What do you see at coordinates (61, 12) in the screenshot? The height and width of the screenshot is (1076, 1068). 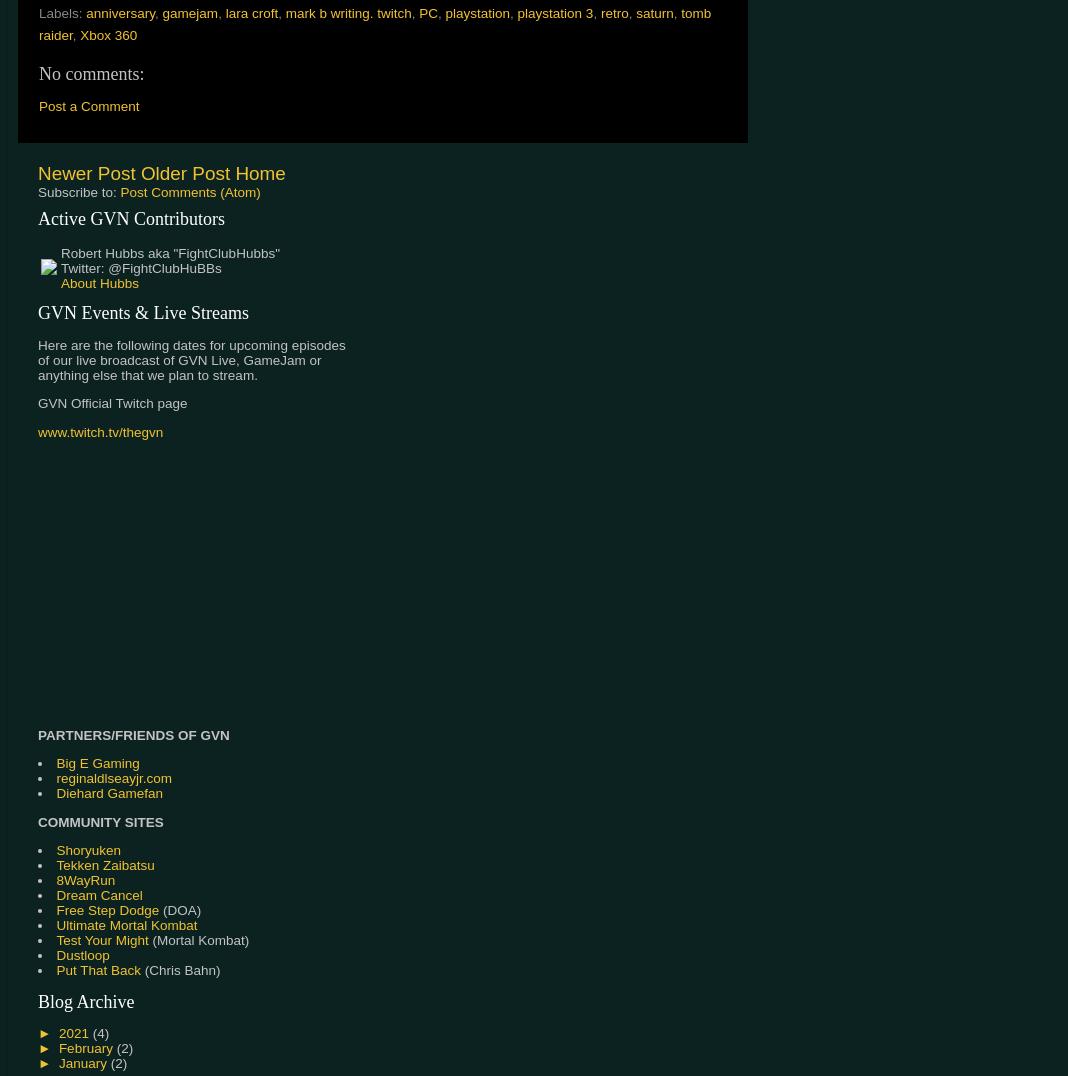 I see `'Labels:'` at bounding box center [61, 12].